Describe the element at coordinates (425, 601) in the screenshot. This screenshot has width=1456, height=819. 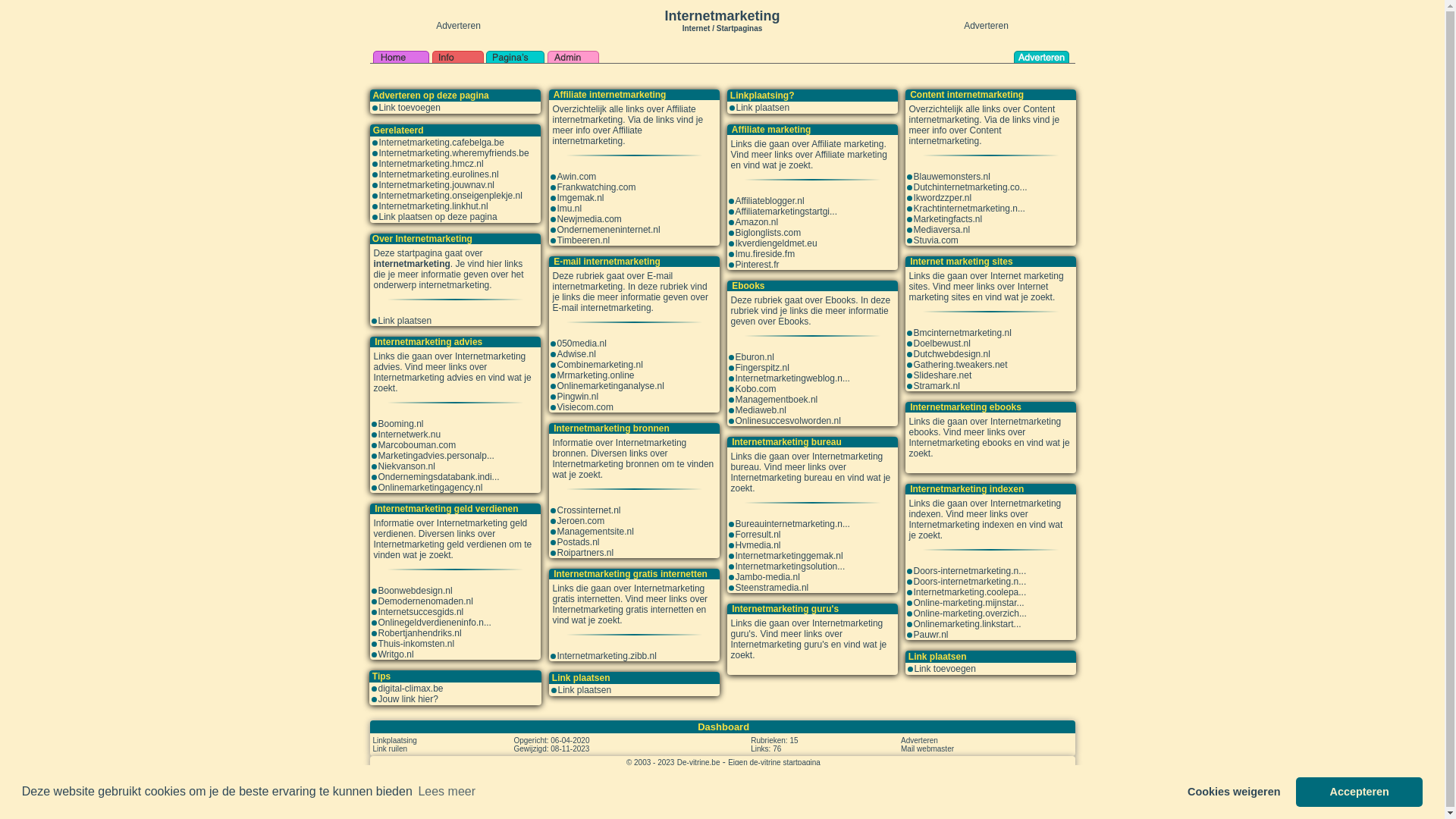
I see `'Demodernenomaden.nl'` at that location.